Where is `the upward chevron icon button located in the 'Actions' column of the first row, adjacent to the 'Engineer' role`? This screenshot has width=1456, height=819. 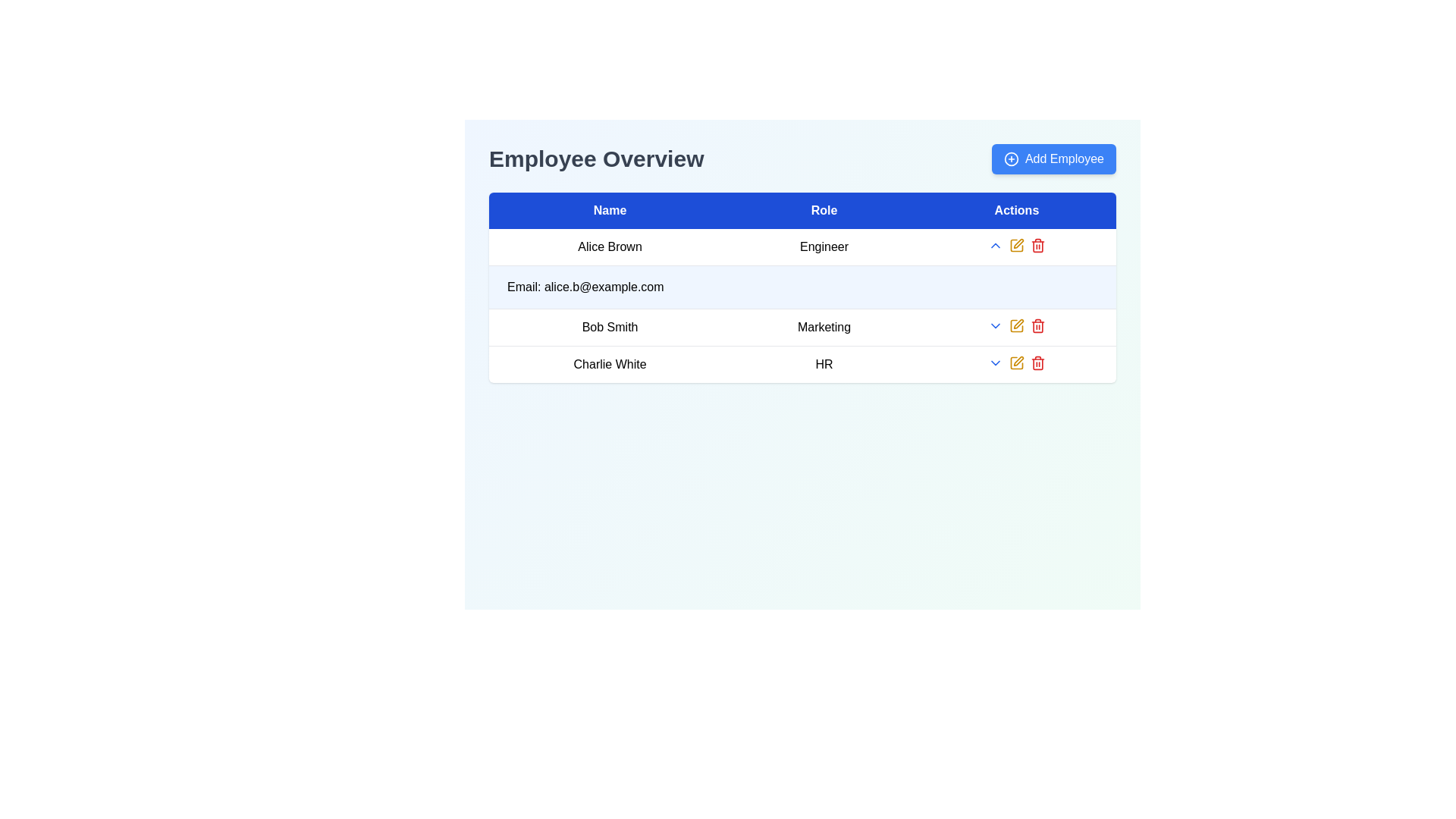
the upward chevron icon button located in the 'Actions' column of the first row, adjacent to the 'Engineer' role is located at coordinates (995, 245).